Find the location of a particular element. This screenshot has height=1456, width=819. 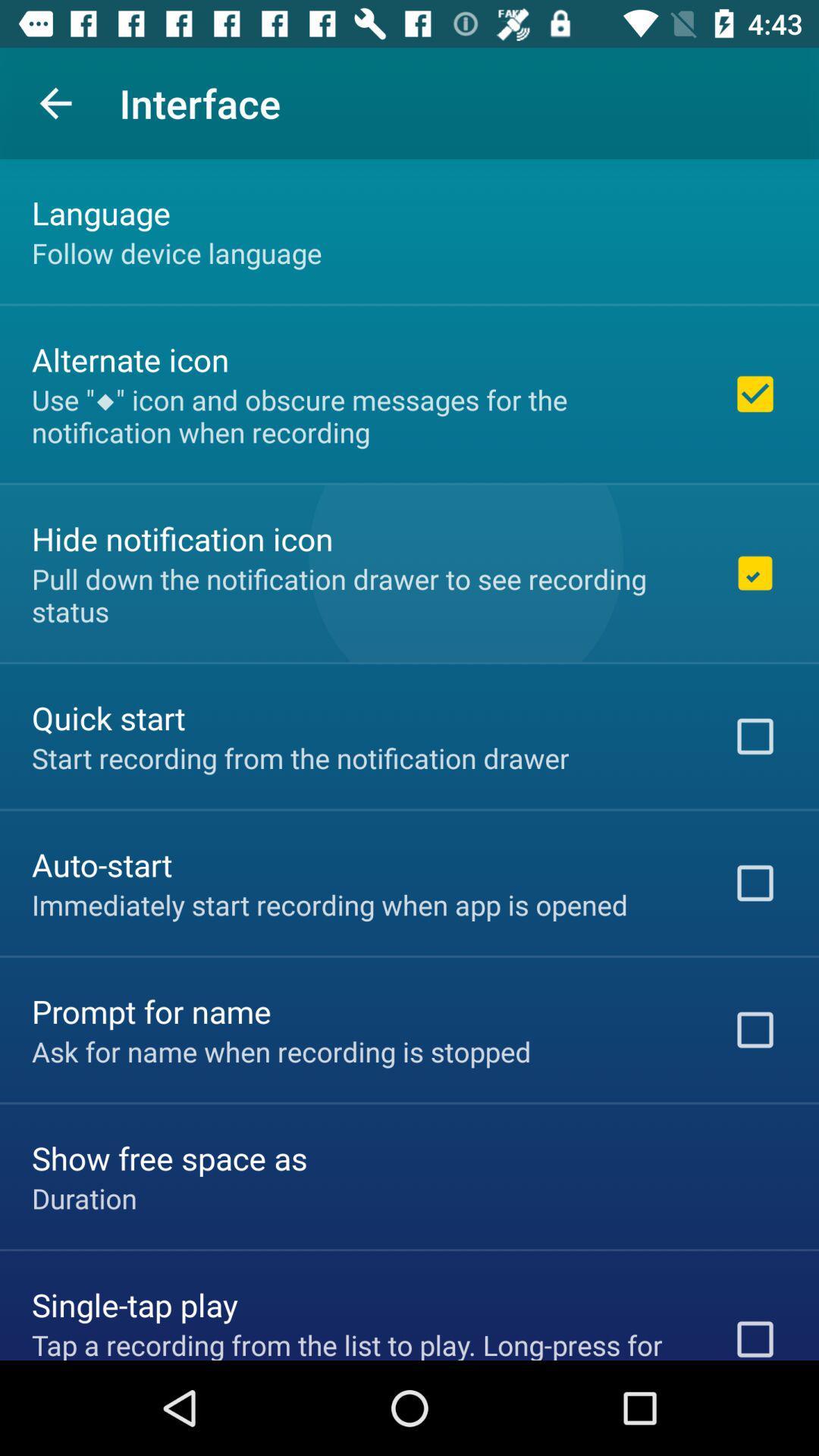

tap a recording item is located at coordinates (362, 1343).